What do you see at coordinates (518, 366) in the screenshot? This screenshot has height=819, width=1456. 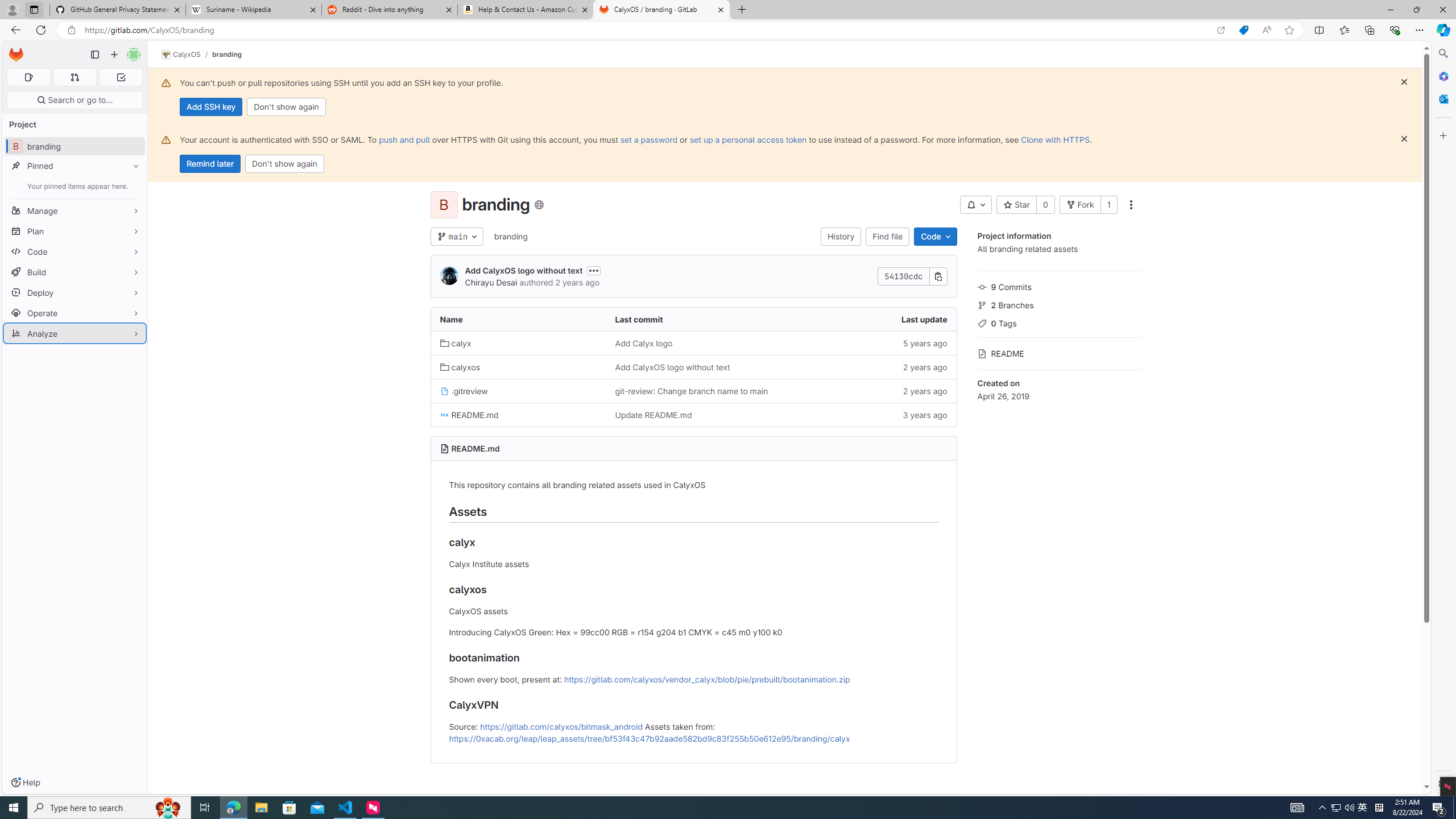 I see `'calyxos'` at bounding box center [518, 366].